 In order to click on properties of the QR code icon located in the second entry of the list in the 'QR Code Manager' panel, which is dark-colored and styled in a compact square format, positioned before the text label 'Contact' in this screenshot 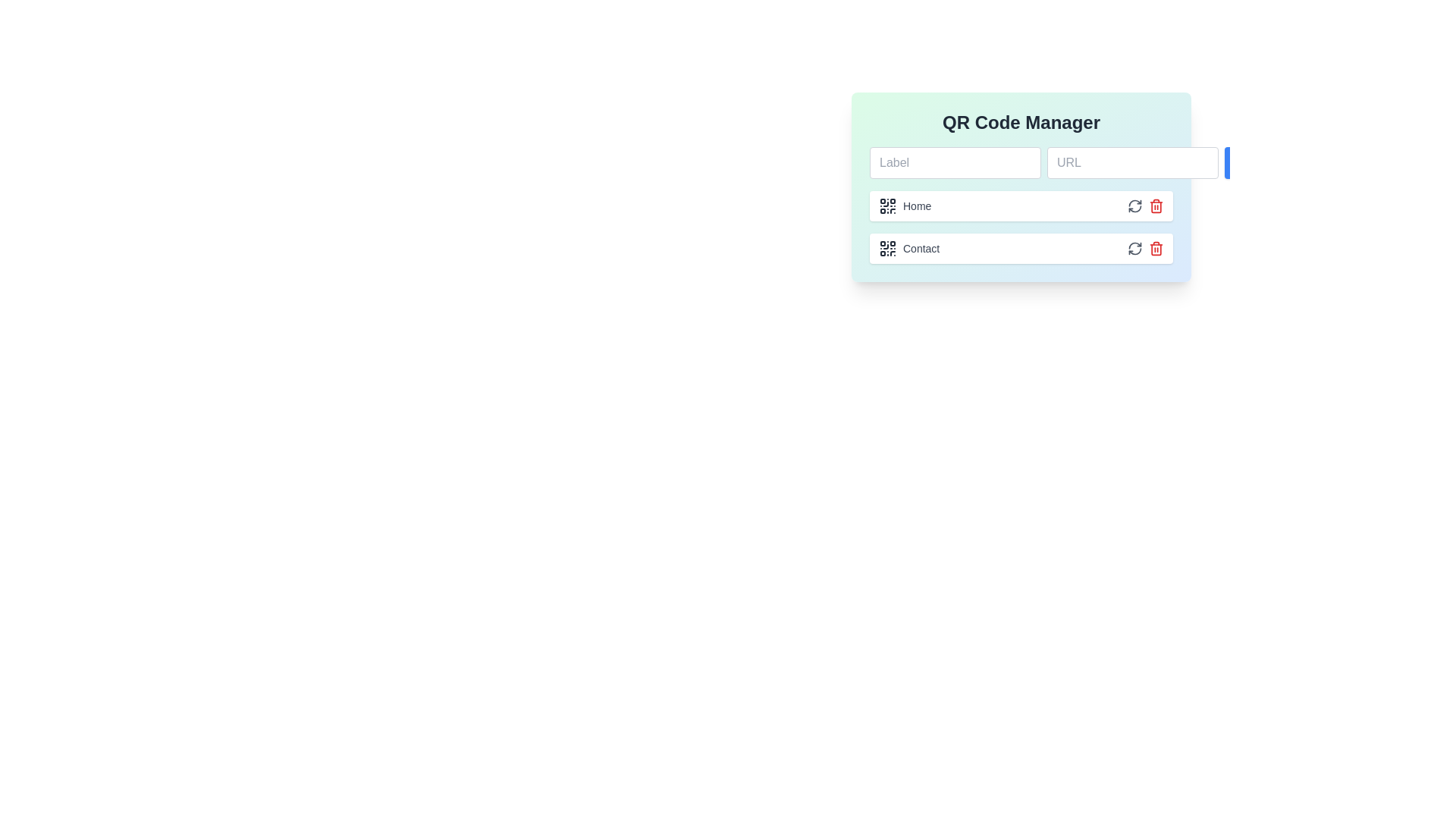, I will do `click(888, 247)`.